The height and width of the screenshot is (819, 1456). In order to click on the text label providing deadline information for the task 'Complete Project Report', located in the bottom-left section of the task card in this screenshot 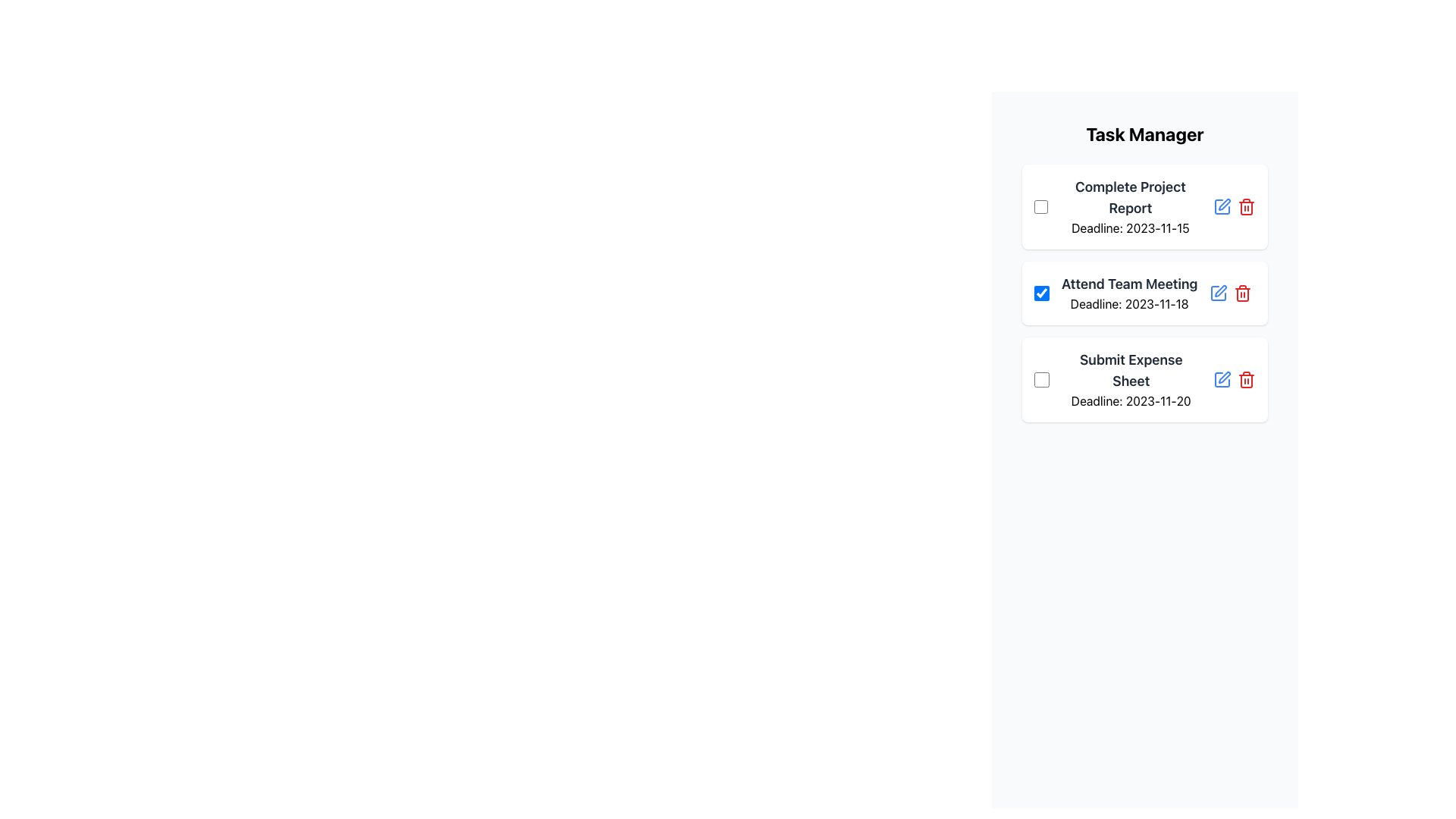, I will do `click(1131, 227)`.